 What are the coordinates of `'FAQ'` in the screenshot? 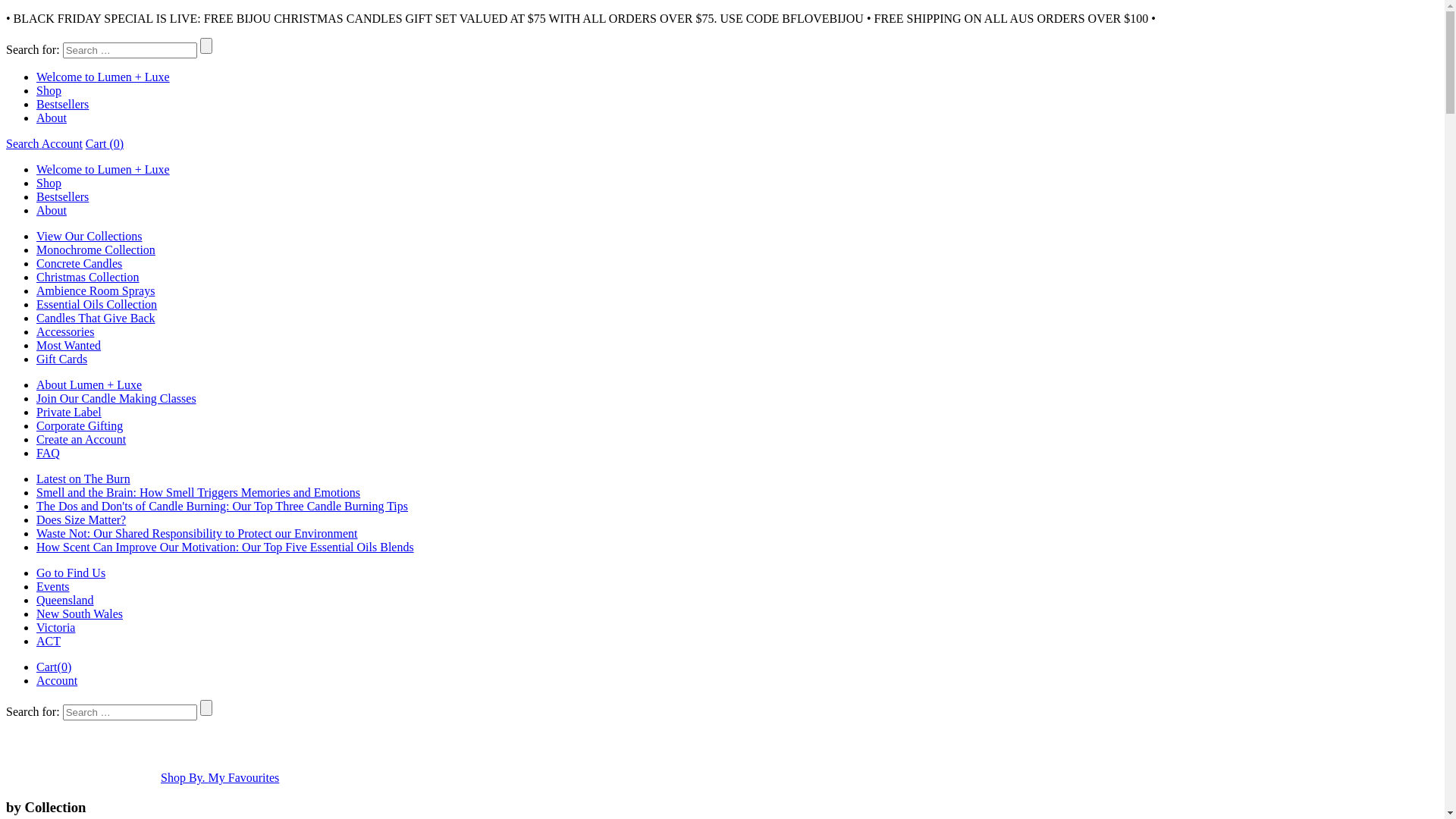 It's located at (48, 452).